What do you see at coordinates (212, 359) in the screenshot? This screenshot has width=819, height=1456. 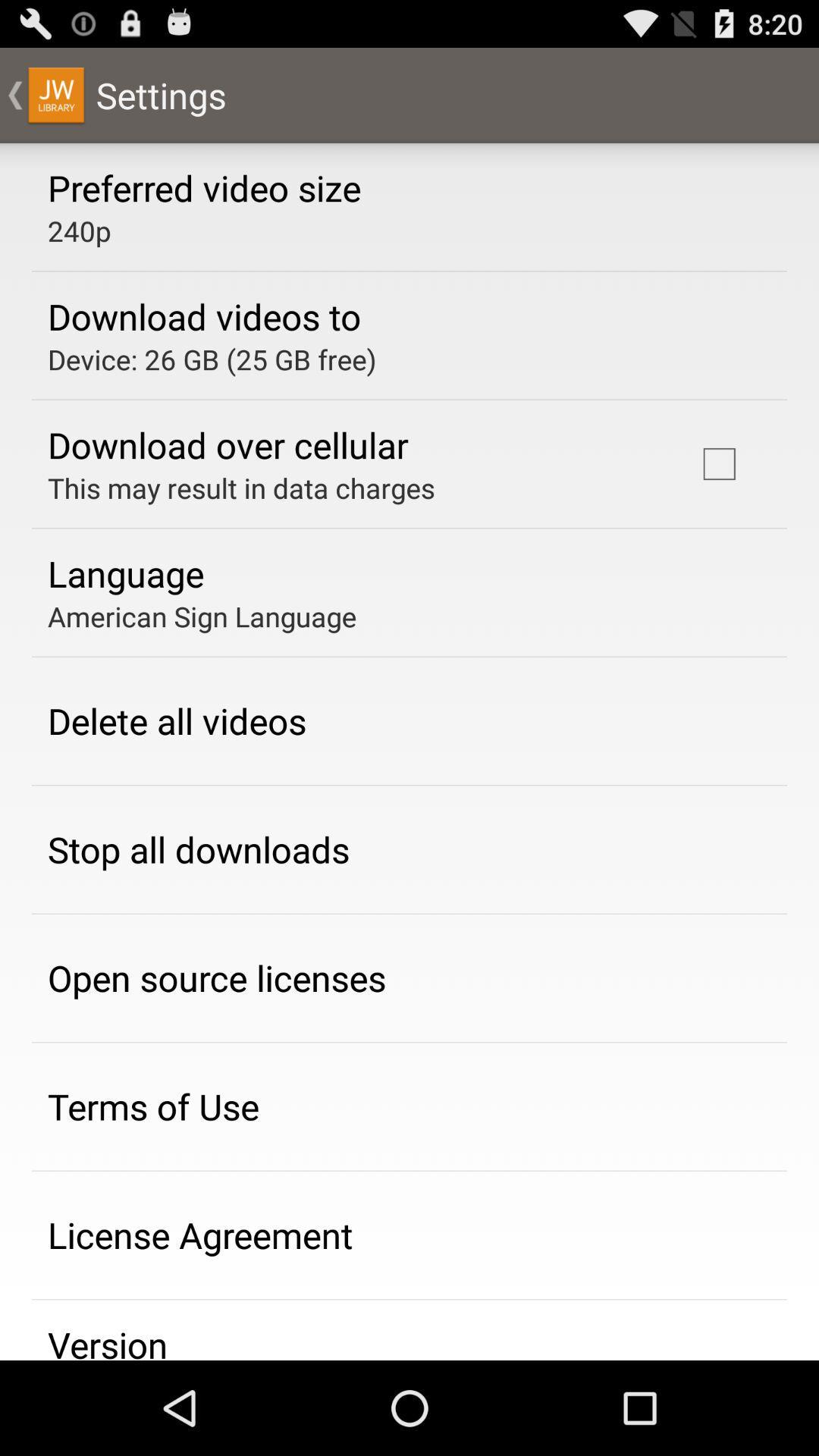 I see `item below download videos to app` at bounding box center [212, 359].